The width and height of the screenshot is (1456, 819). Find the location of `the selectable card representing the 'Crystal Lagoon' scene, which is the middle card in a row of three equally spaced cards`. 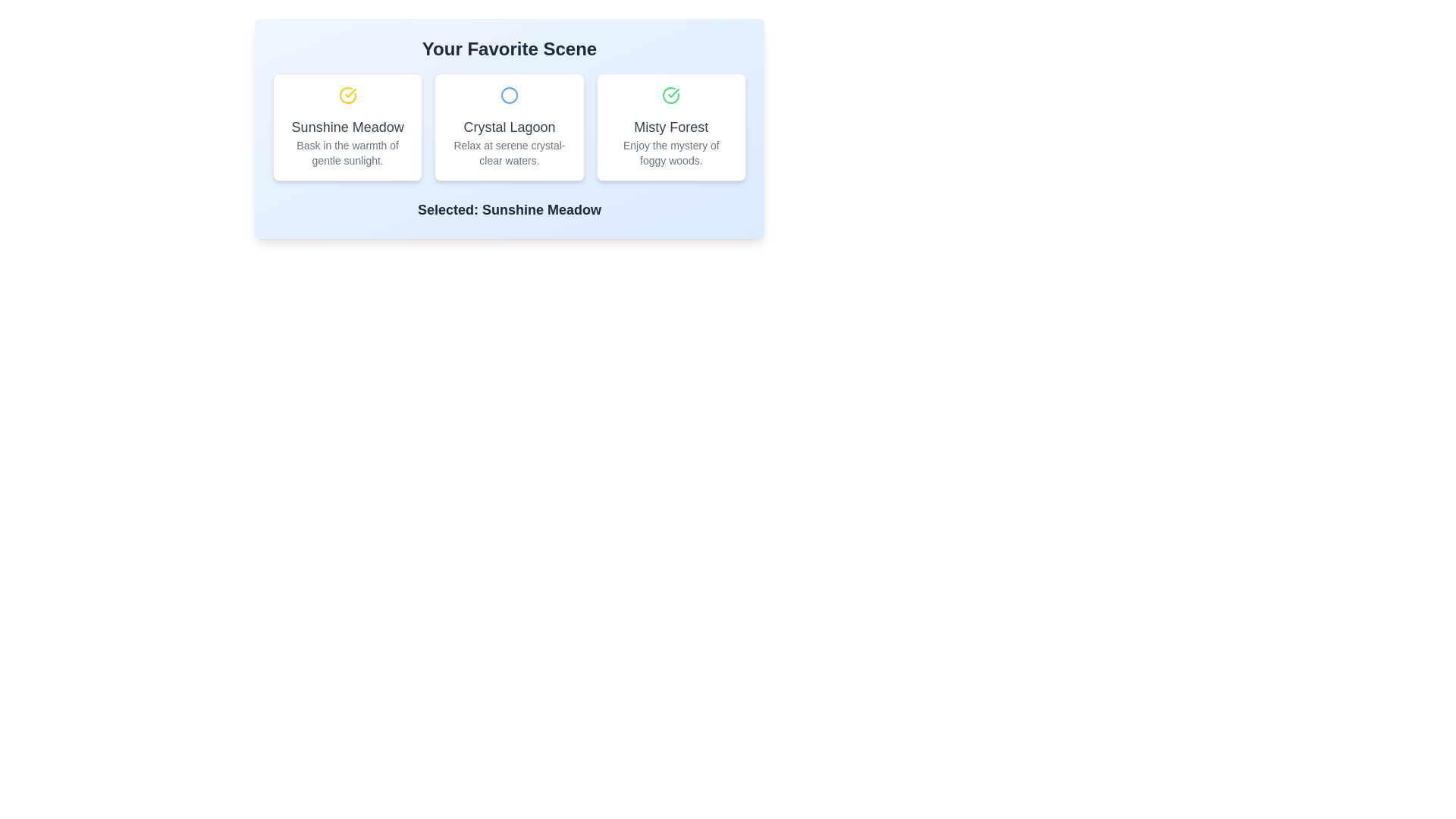

the selectable card representing the 'Crystal Lagoon' scene, which is the middle card in a row of three equally spaced cards is located at coordinates (510, 127).